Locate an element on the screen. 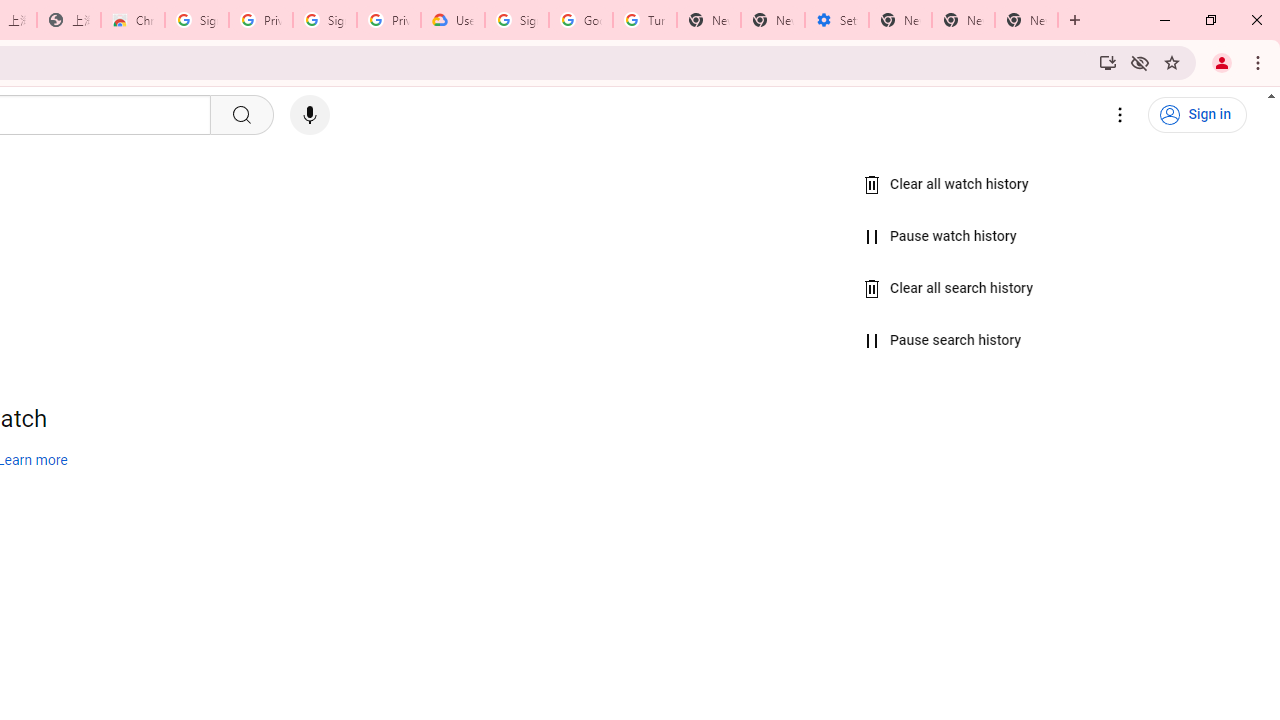 The image size is (1280, 720). 'New Tab' is located at coordinates (1026, 20).